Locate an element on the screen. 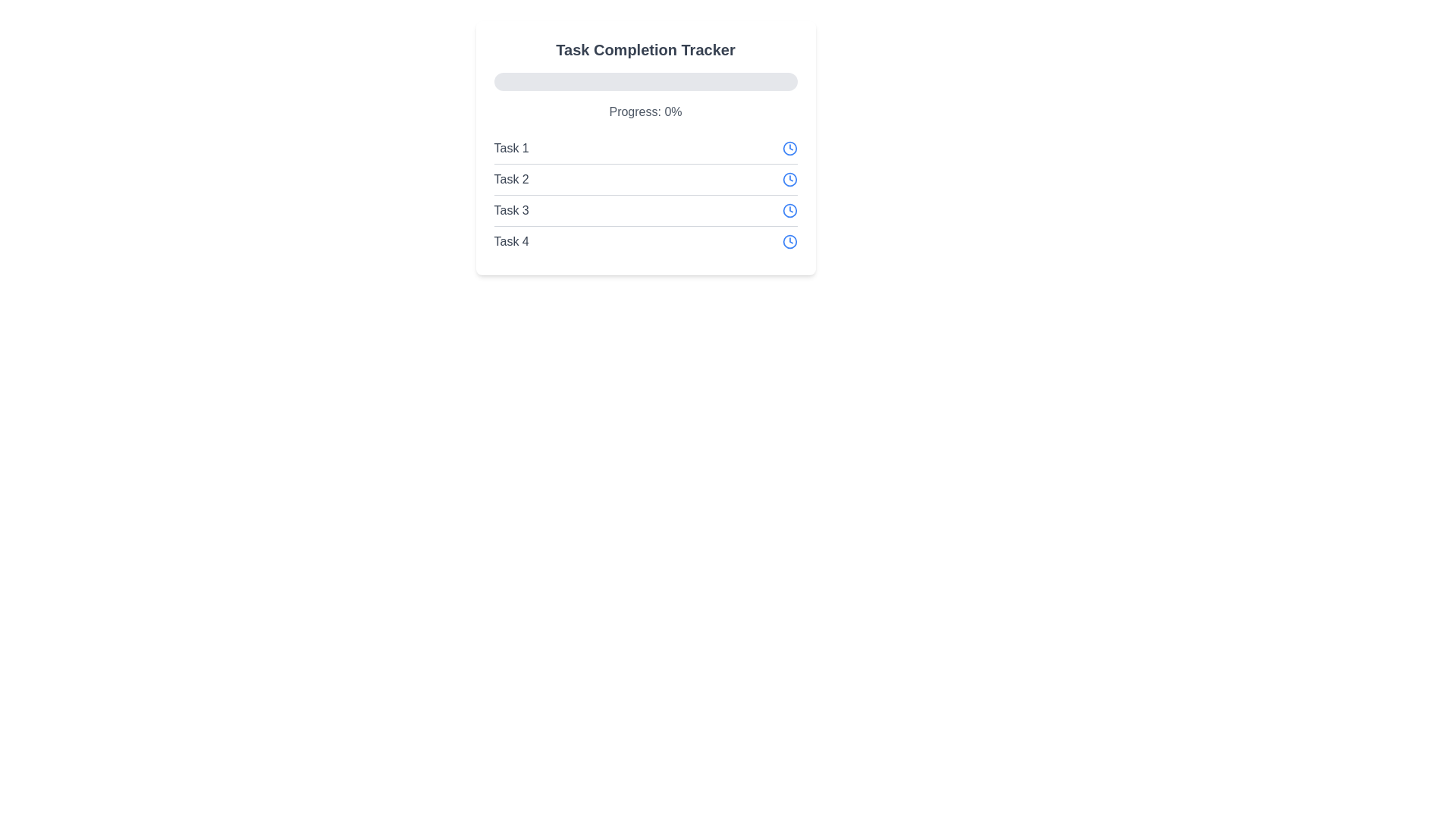  task name from the fourth row of the Task Completion Tracker list, which represents Task 4 is located at coordinates (645, 240).